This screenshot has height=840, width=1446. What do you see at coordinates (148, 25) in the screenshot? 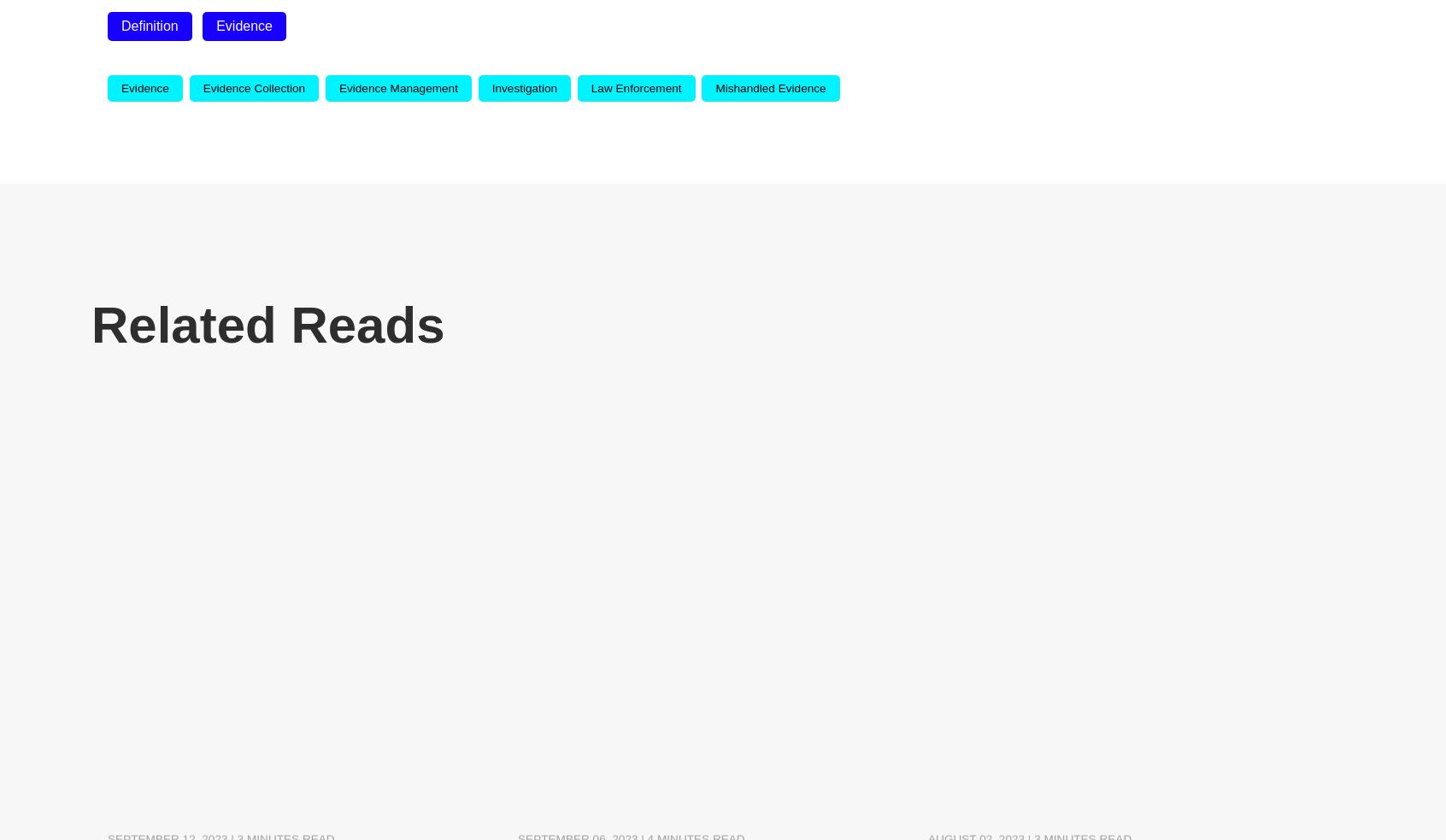
I see `'Definition'` at bounding box center [148, 25].